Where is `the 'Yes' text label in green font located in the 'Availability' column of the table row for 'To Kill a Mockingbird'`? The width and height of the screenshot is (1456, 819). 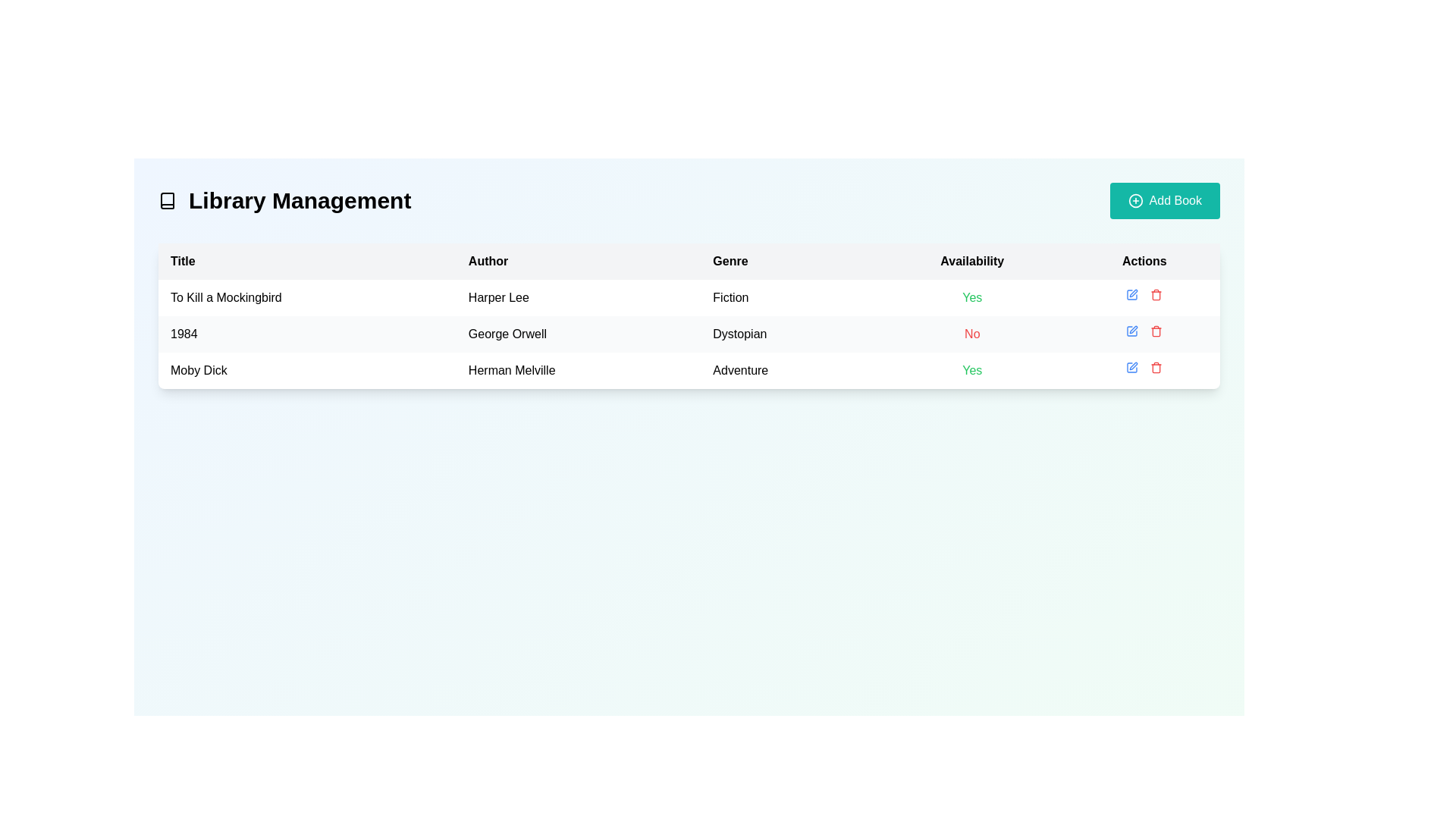
the 'Yes' text label in green font located in the 'Availability' column of the table row for 'To Kill a Mockingbird' is located at coordinates (972, 298).